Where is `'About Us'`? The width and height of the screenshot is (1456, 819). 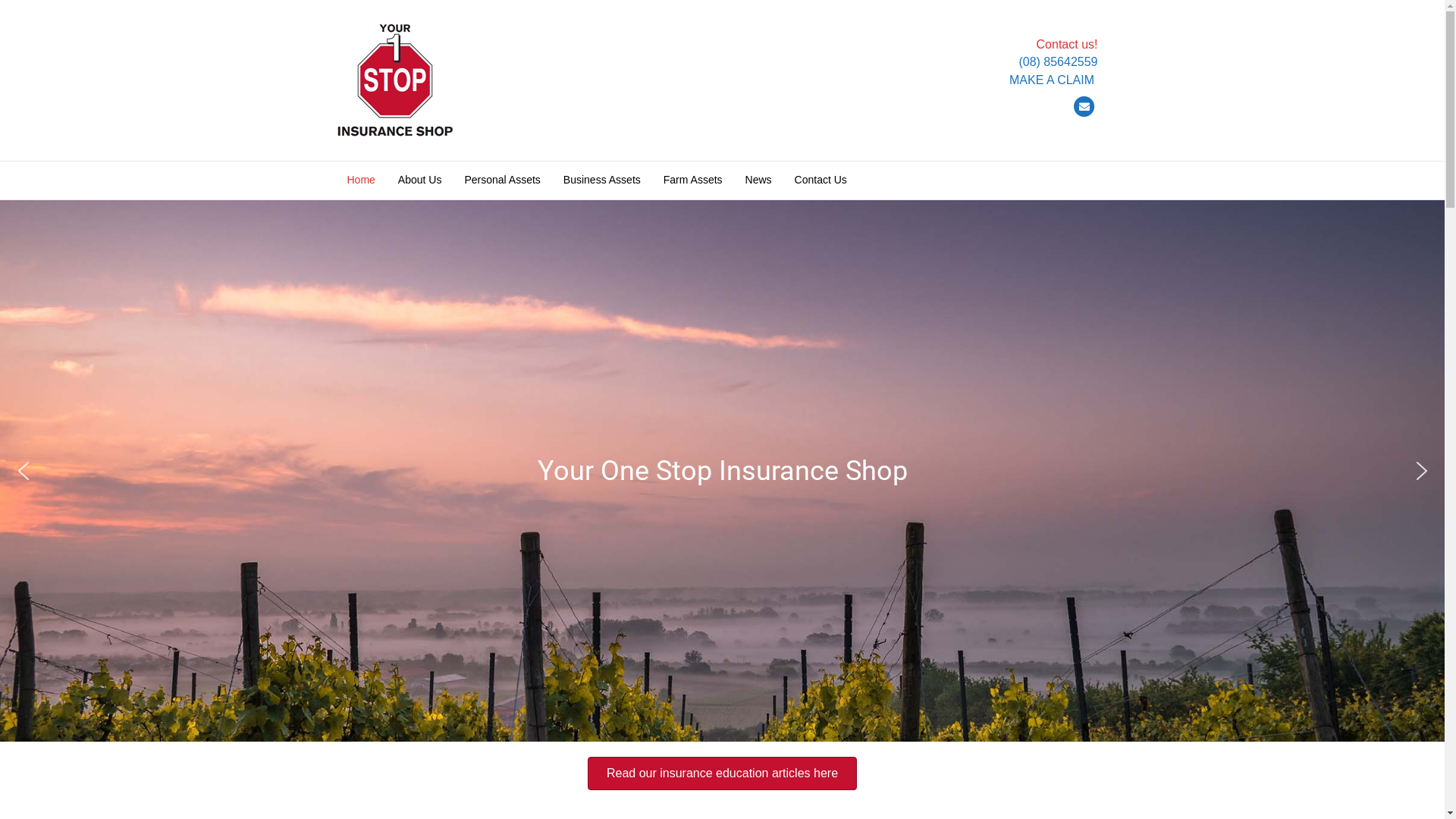 'About Us' is located at coordinates (419, 180).